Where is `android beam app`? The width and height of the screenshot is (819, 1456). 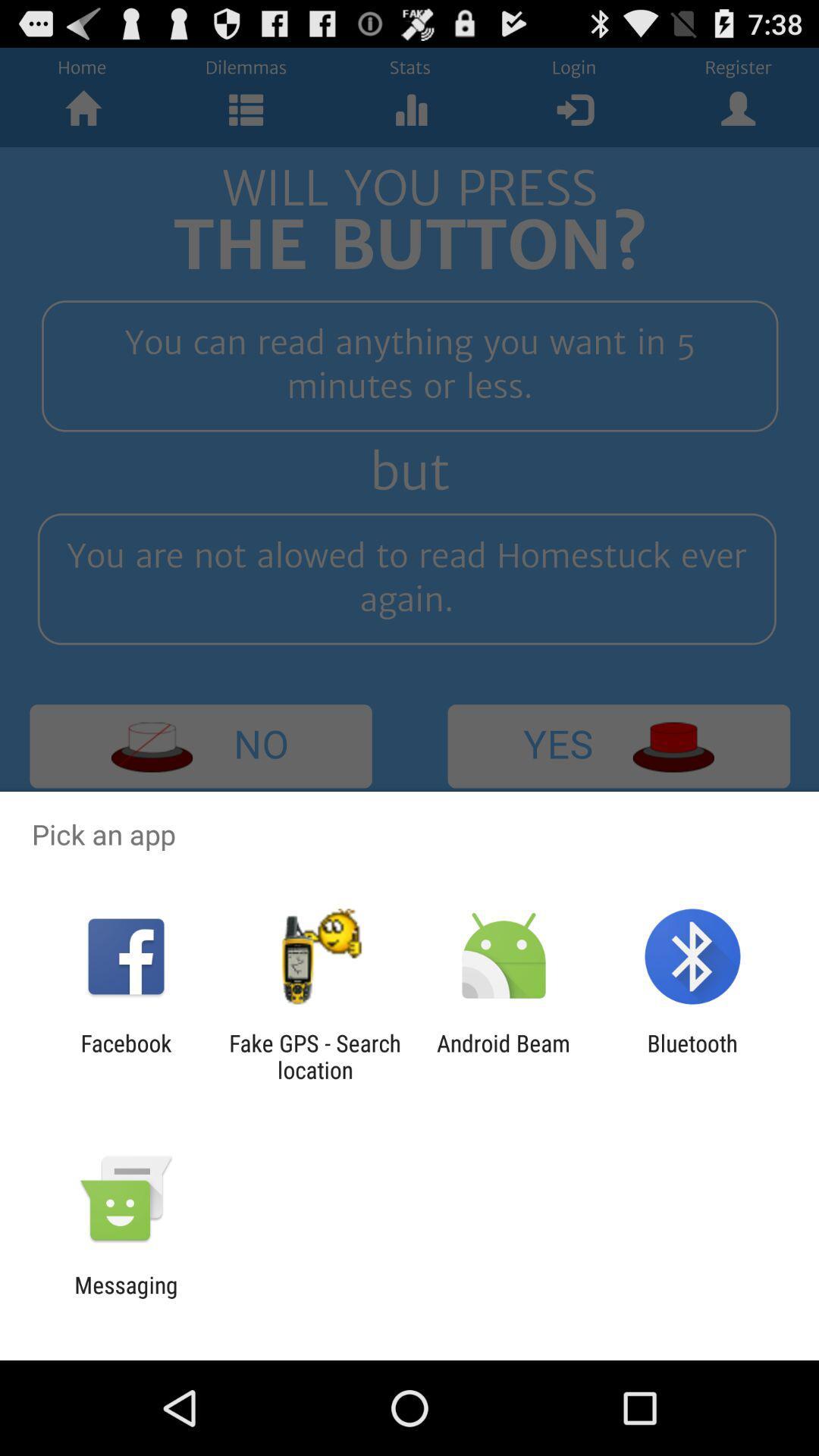 android beam app is located at coordinates (504, 1056).